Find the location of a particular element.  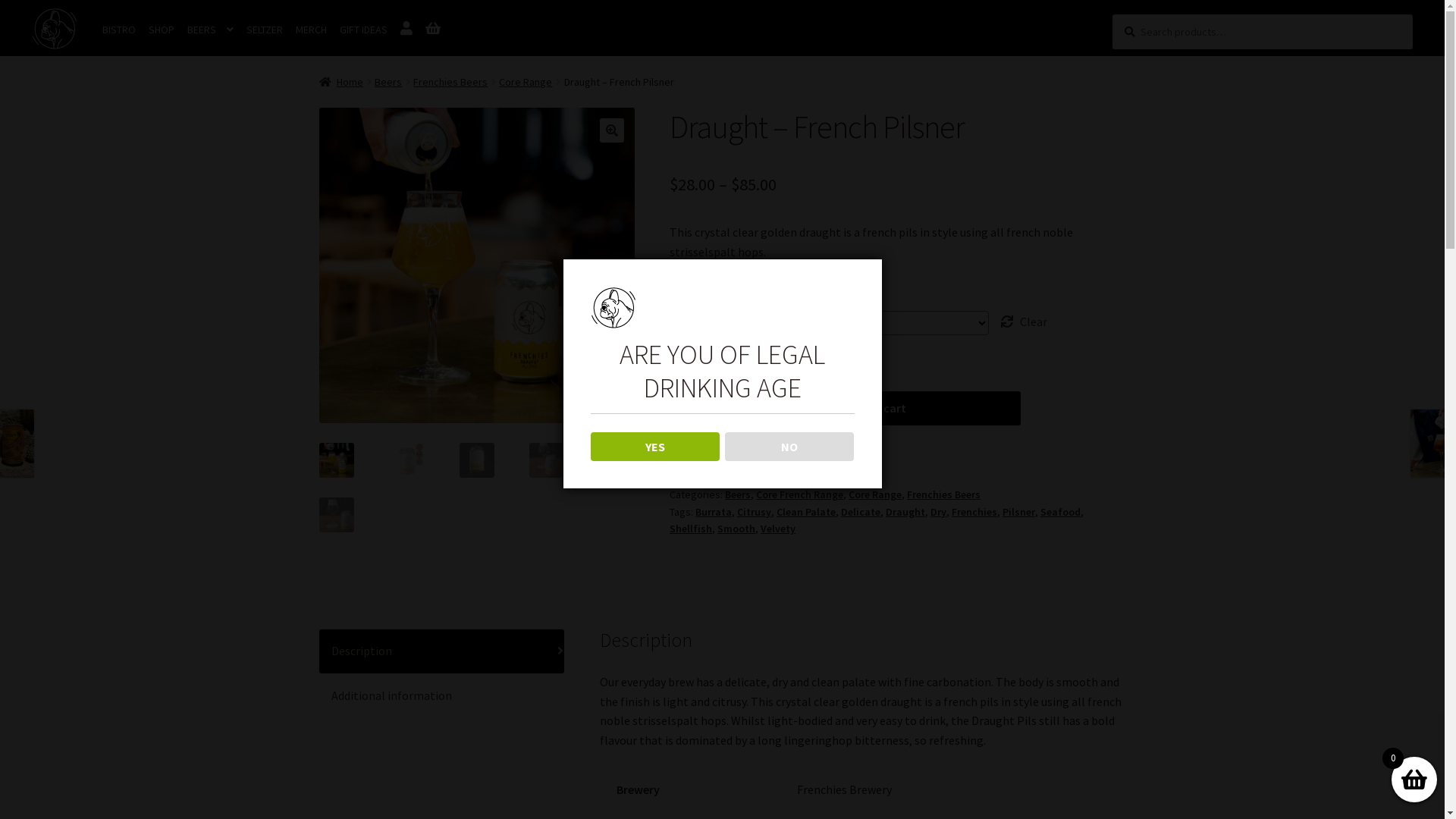

'Add to cart' is located at coordinates (876, 408).